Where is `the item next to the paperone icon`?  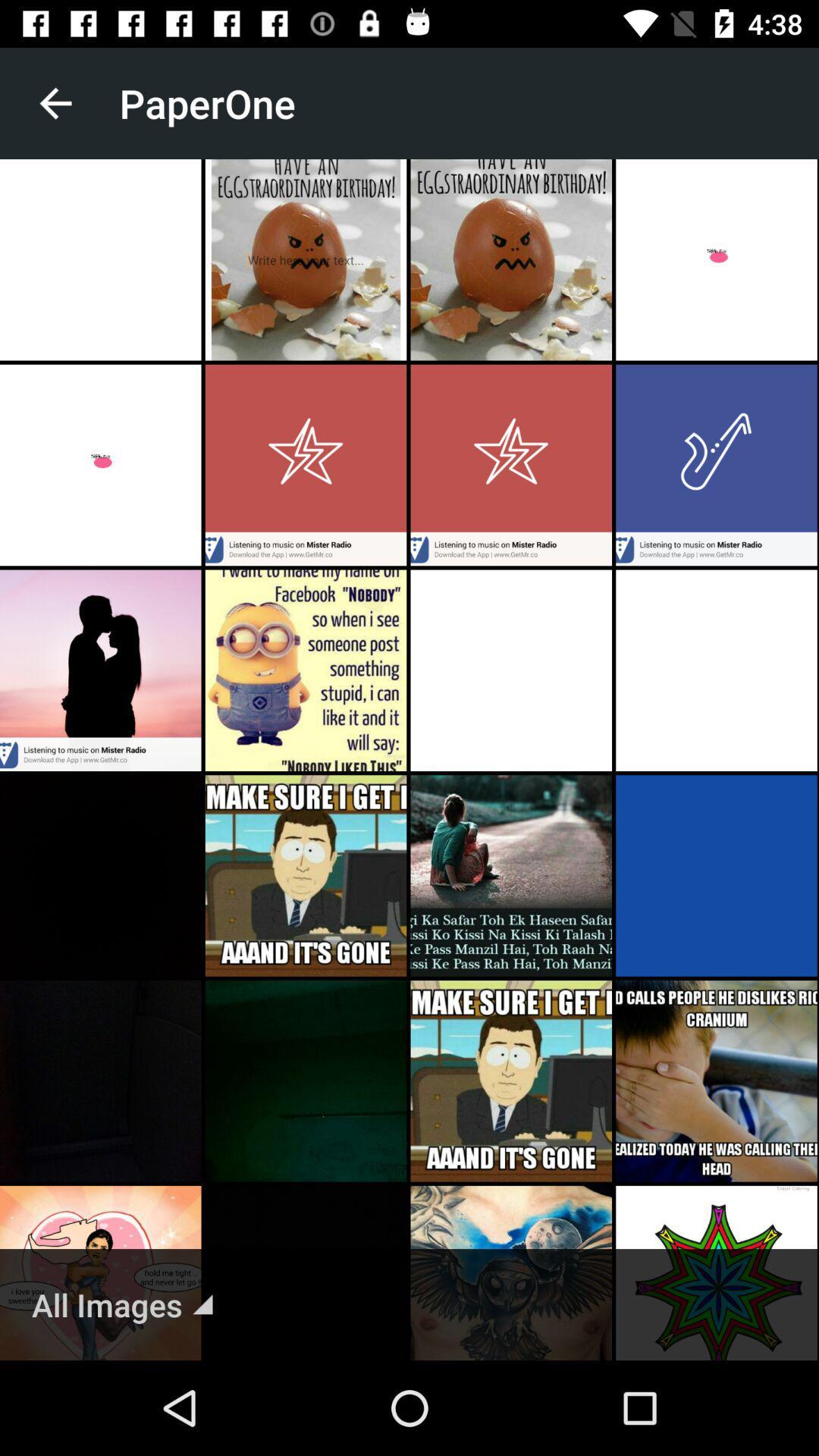 the item next to the paperone icon is located at coordinates (55, 102).